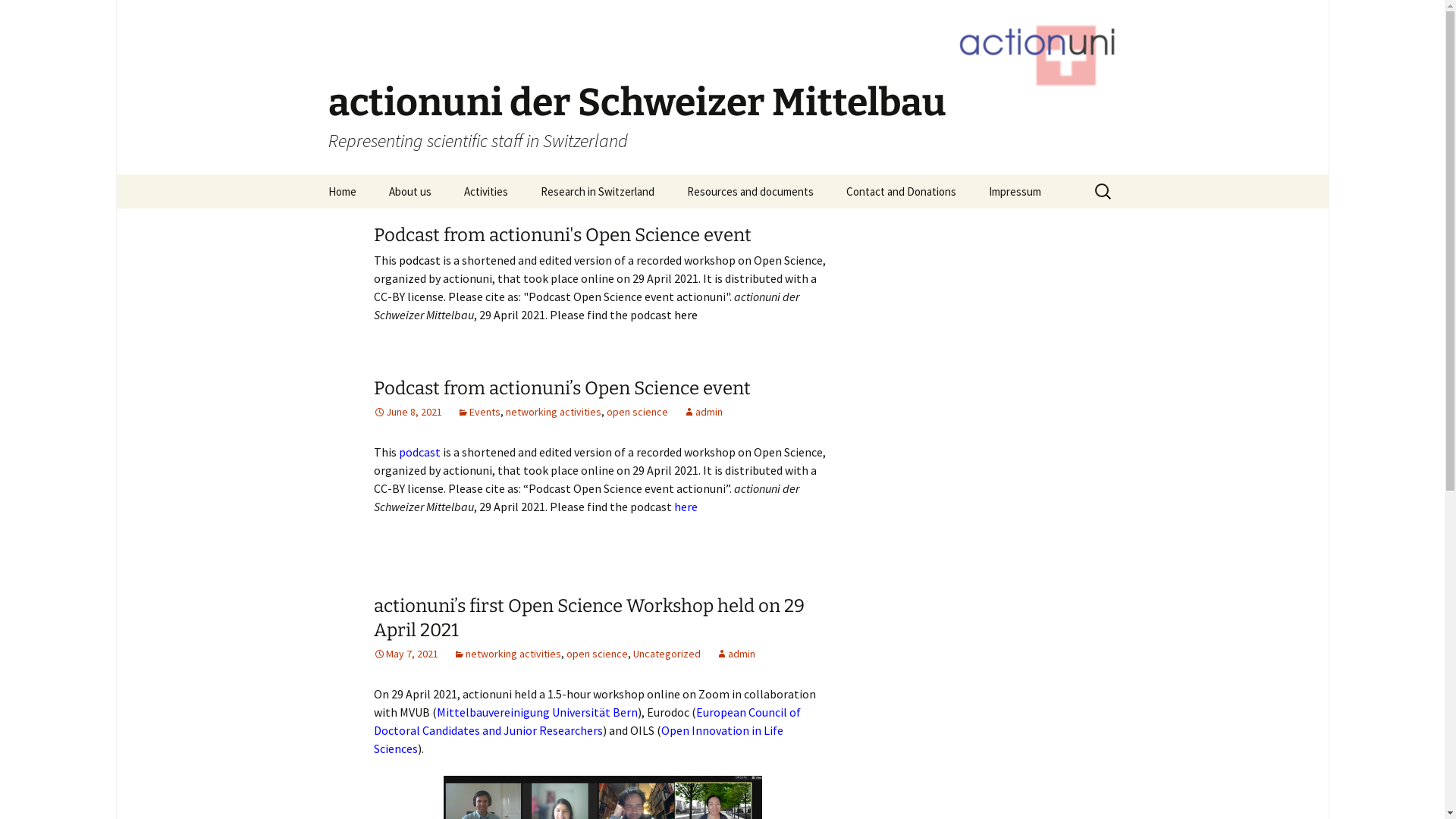 The height and width of the screenshot is (819, 1456). What do you see at coordinates (447, 225) in the screenshot?
I see `'Board members'` at bounding box center [447, 225].